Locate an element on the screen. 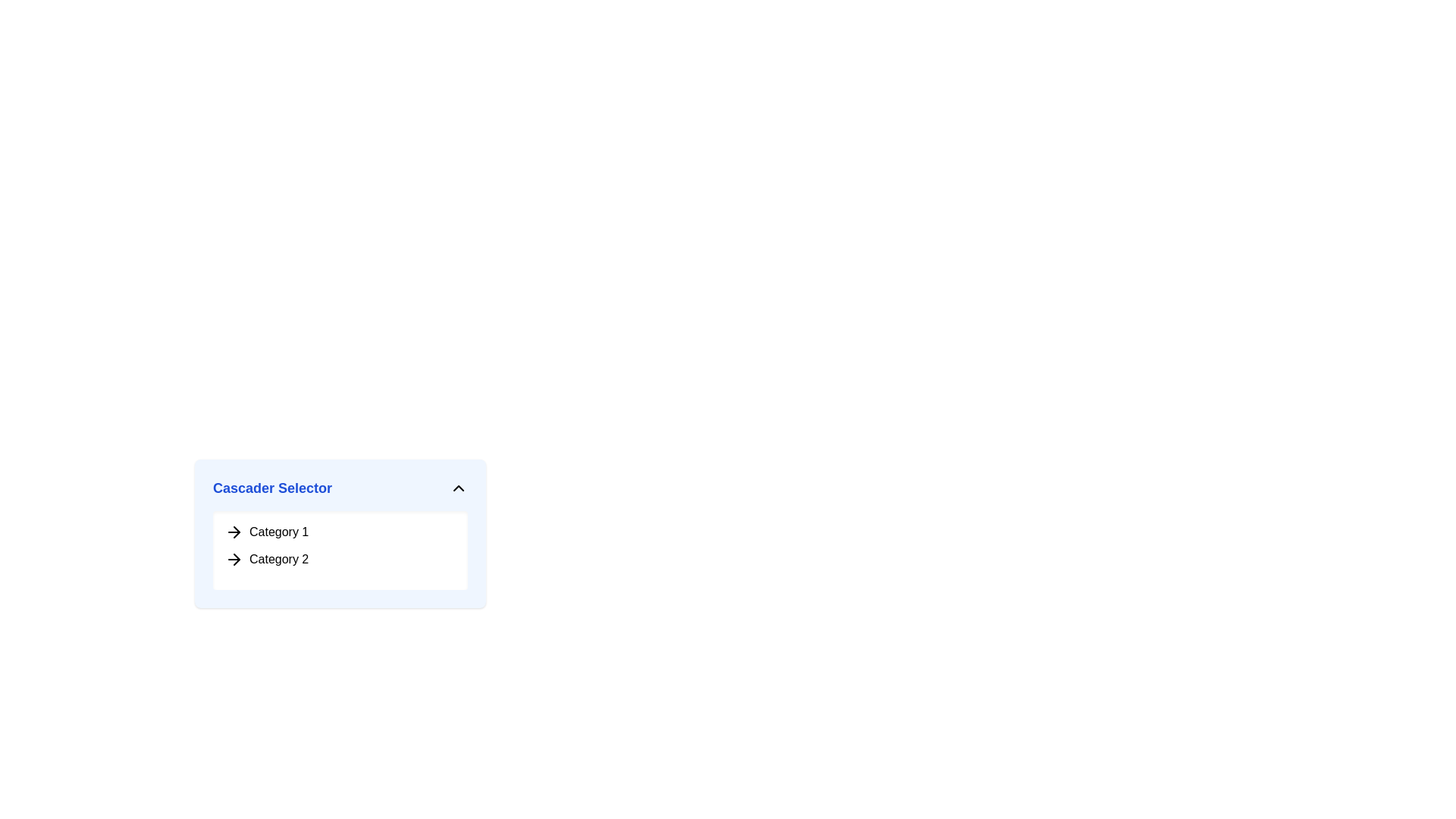  the icon indicating selectable navigation for 'Category 1', located on the far left of the item, preceding the text 'Category 1' is located at coordinates (233, 532).